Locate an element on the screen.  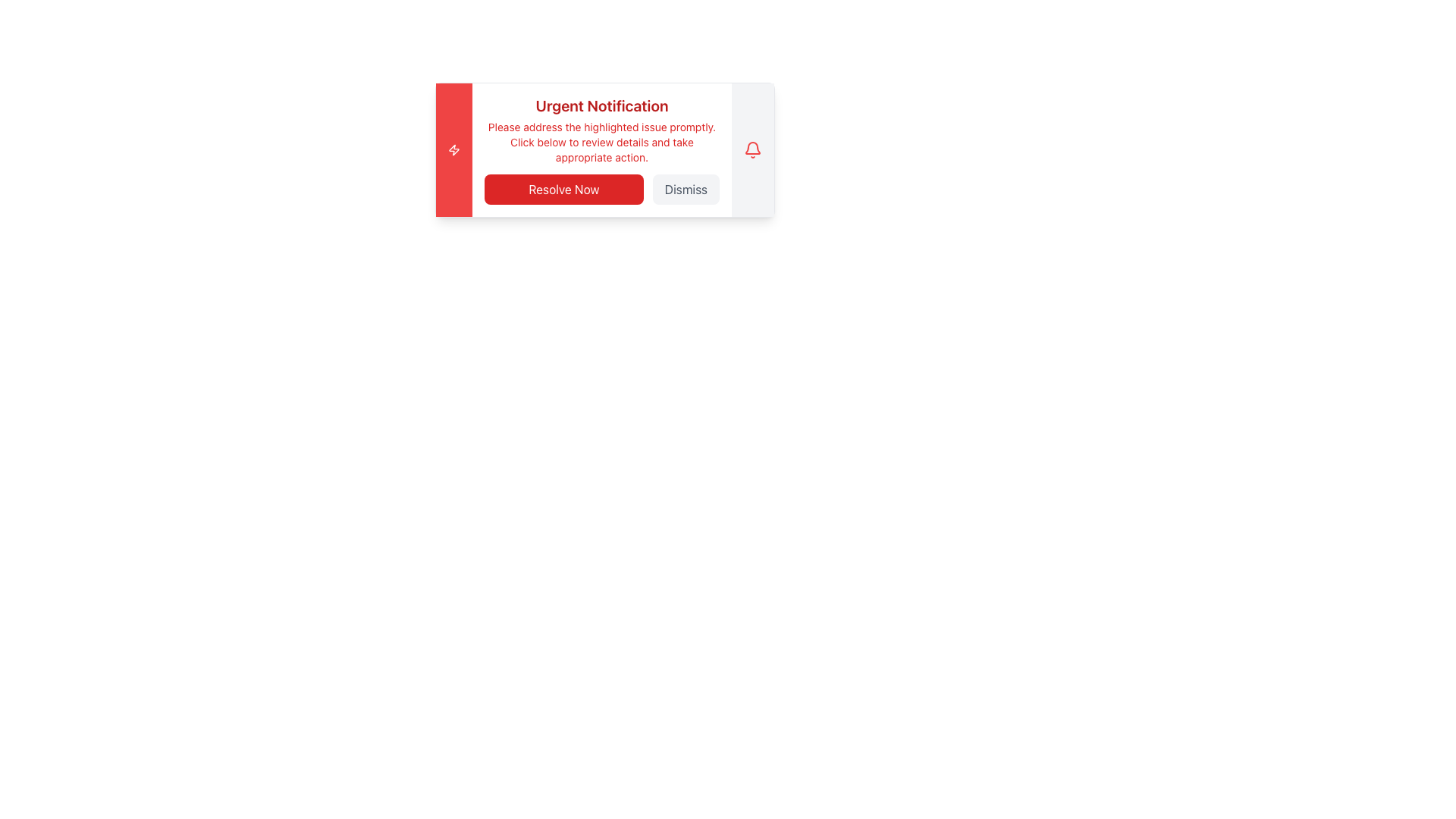
important message displayed in the text element located below the heading 'Urgent Notification' in the notification panel is located at coordinates (601, 143).